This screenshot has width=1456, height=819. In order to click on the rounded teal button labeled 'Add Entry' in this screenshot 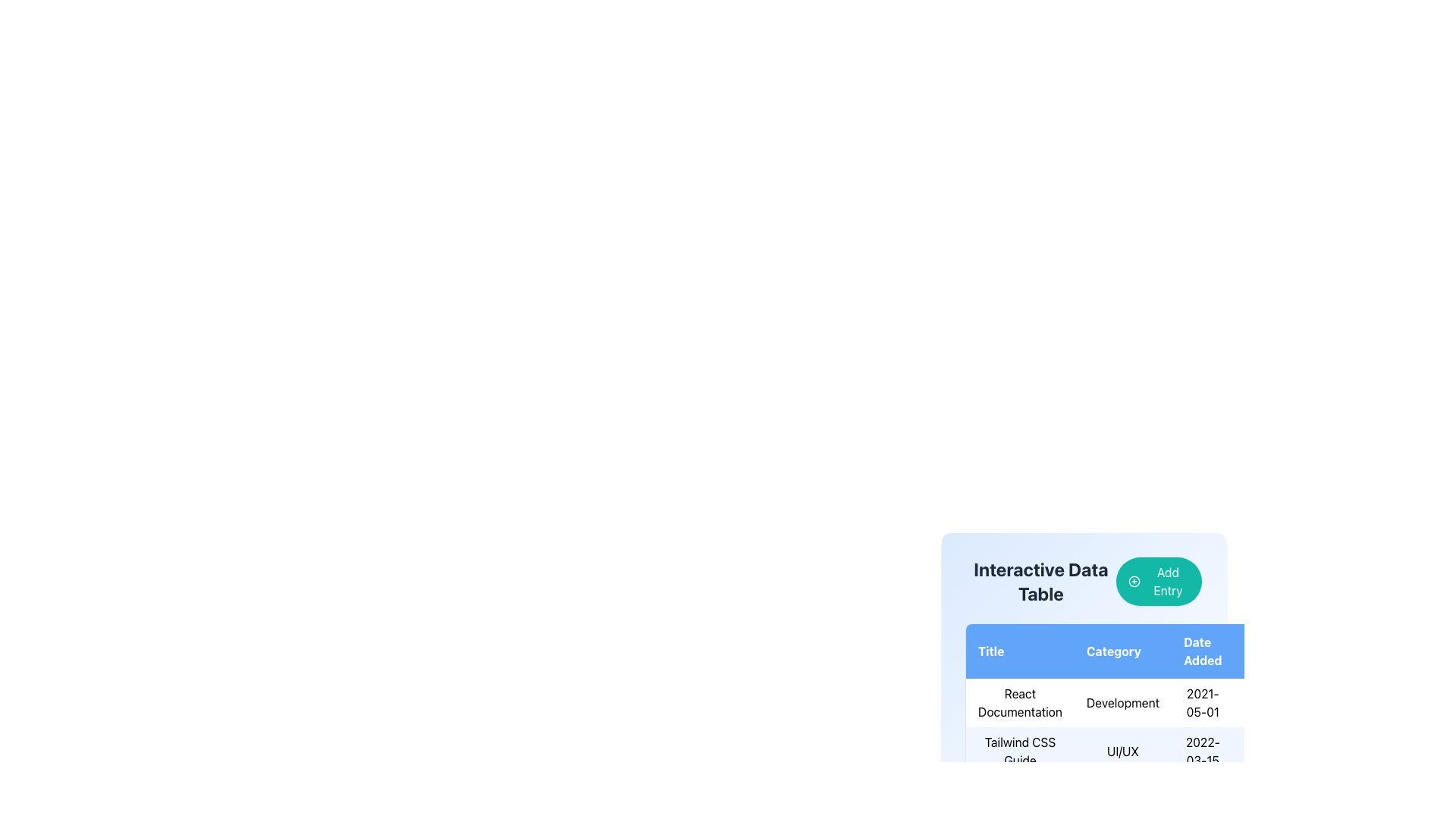, I will do `click(1158, 581)`.